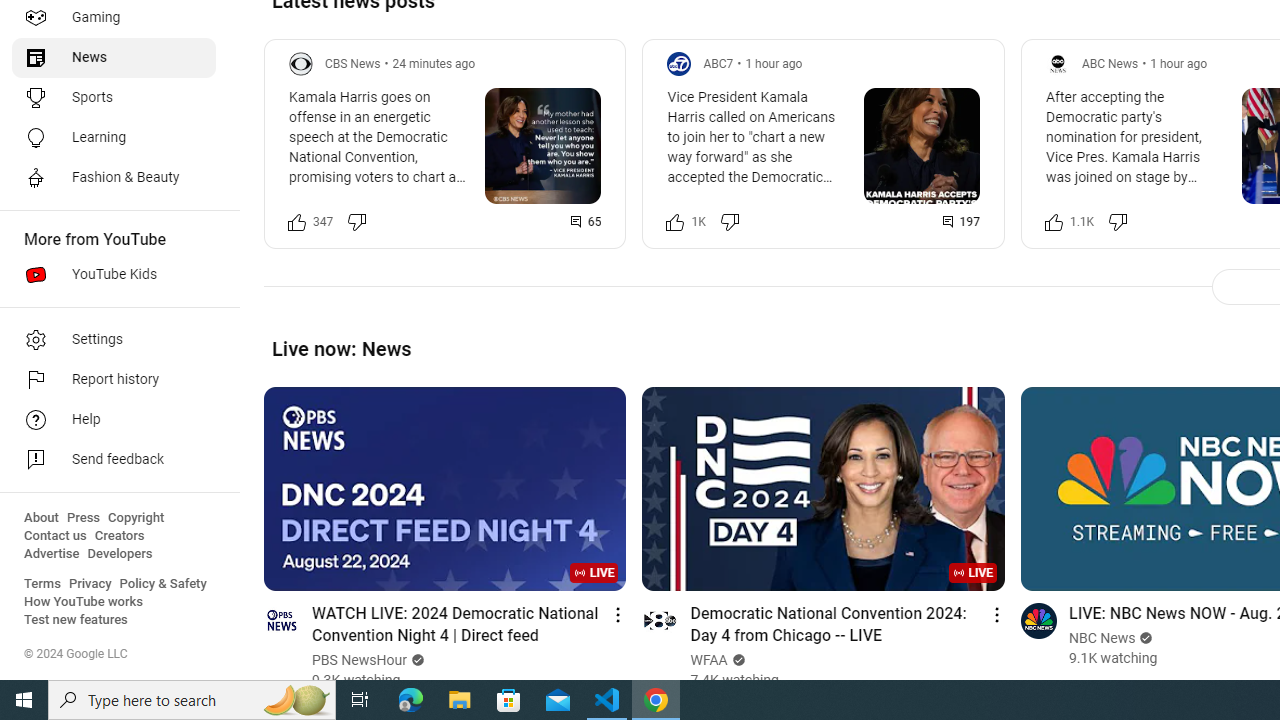 The image size is (1280, 720). What do you see at coordinates (1038, 619) in the screenshot?
I see `'Go to channel'` at bounding box center [1038, 619].